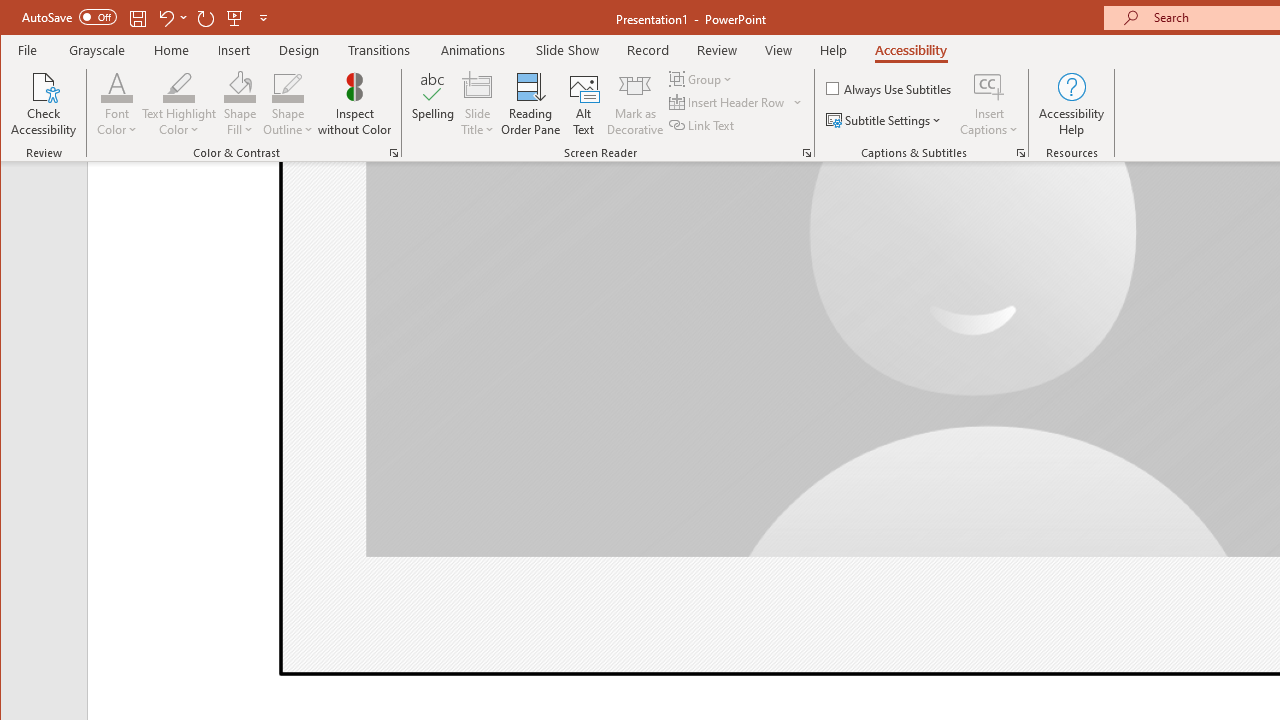  I want to click on 'Captions & Subtitles', so click(1020, 152).